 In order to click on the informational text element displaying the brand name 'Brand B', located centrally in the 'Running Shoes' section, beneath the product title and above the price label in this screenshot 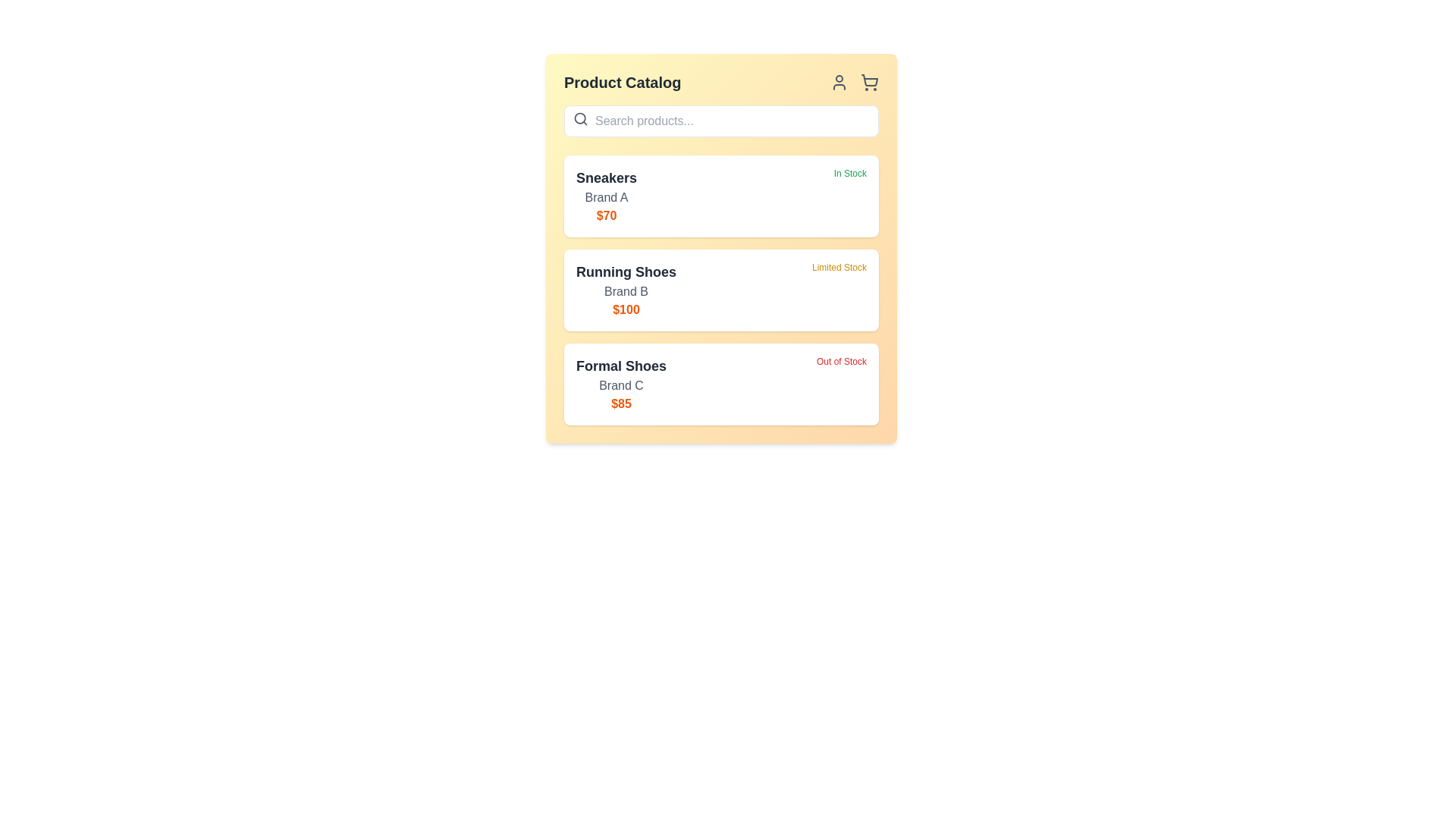, I will do `click(626, 292)`.